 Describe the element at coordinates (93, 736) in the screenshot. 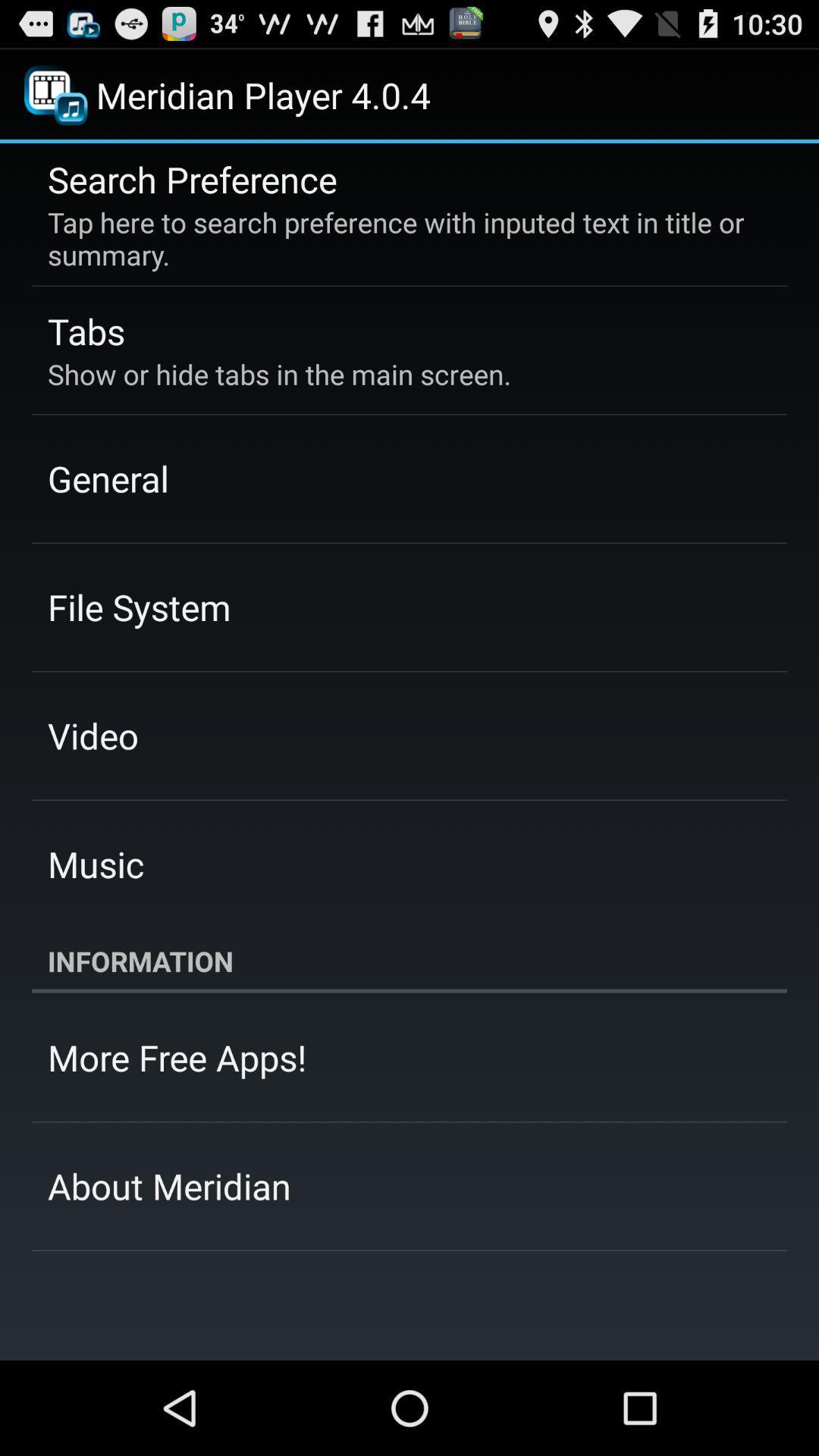

I see `icon above music item` at that location.